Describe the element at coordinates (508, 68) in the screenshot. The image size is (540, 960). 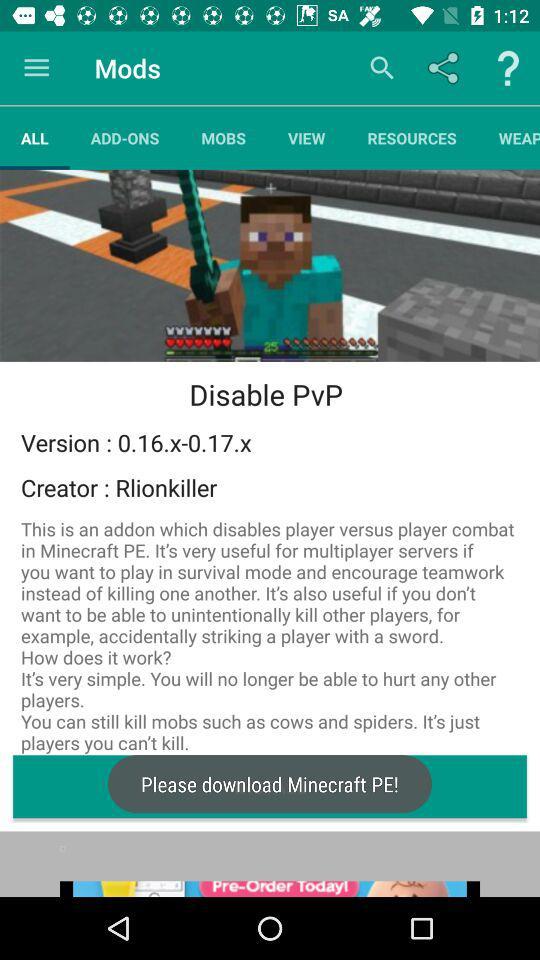
I see `open help menu` at that location.